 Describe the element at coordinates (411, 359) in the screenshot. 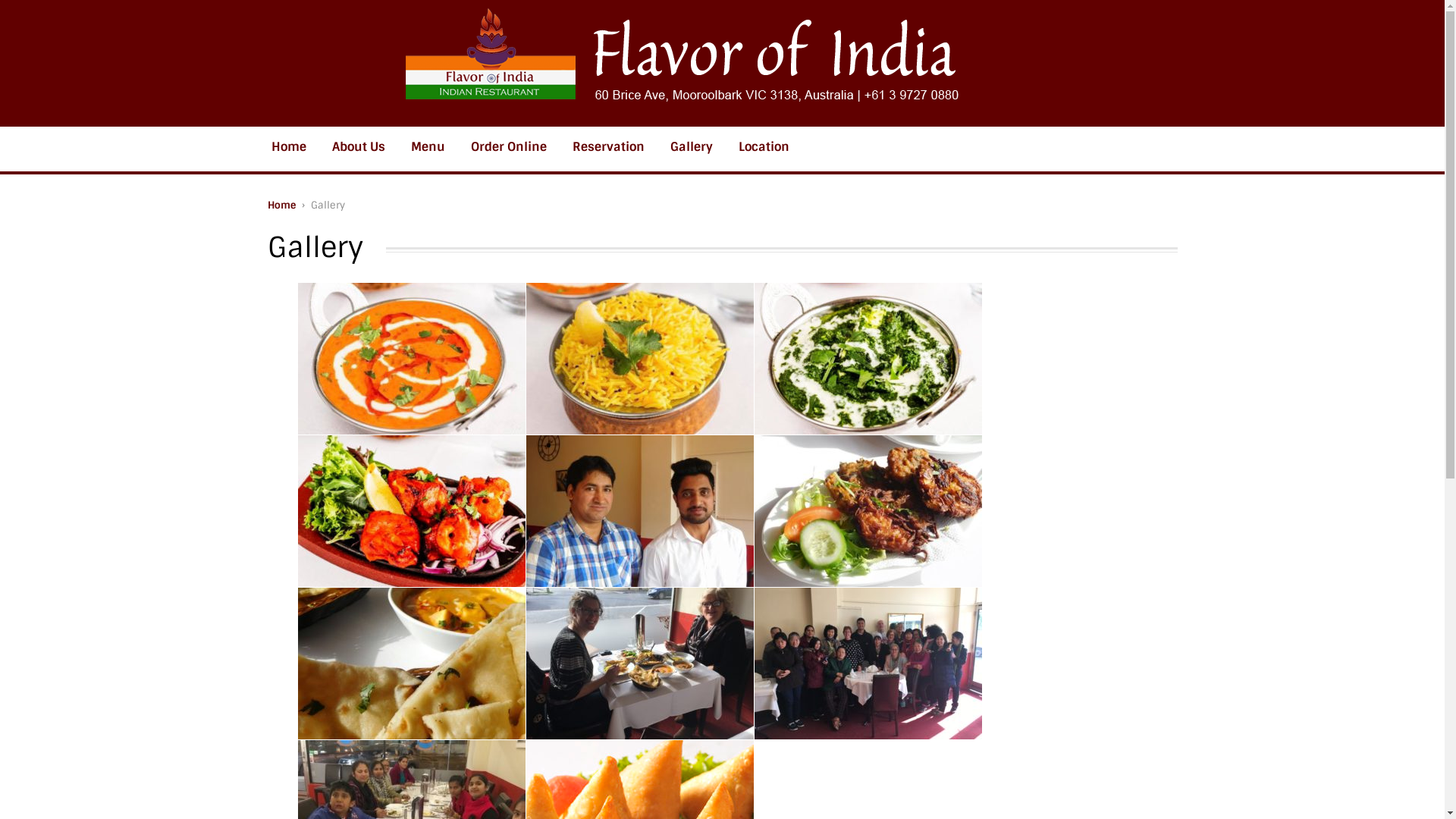

I see `'Image-1'` at that location.